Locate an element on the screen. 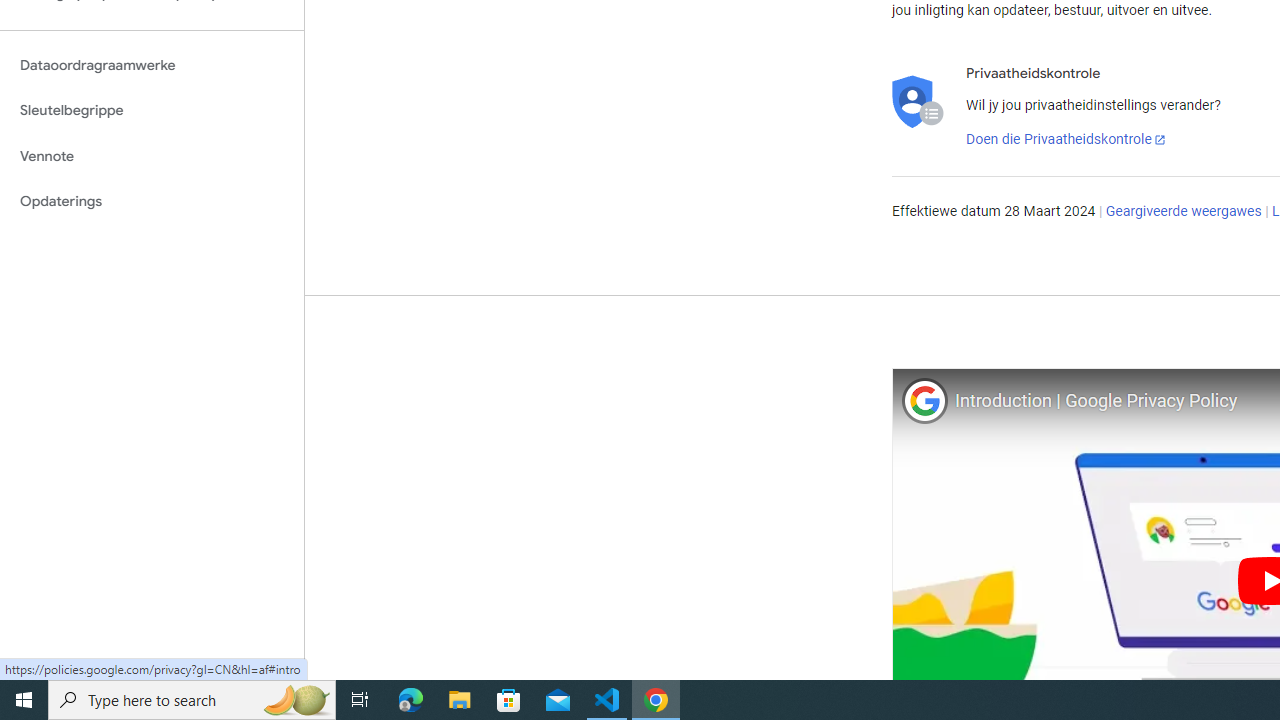 The image size is (1280, 720). 'Vennote' is located at coordinates (151, 155).